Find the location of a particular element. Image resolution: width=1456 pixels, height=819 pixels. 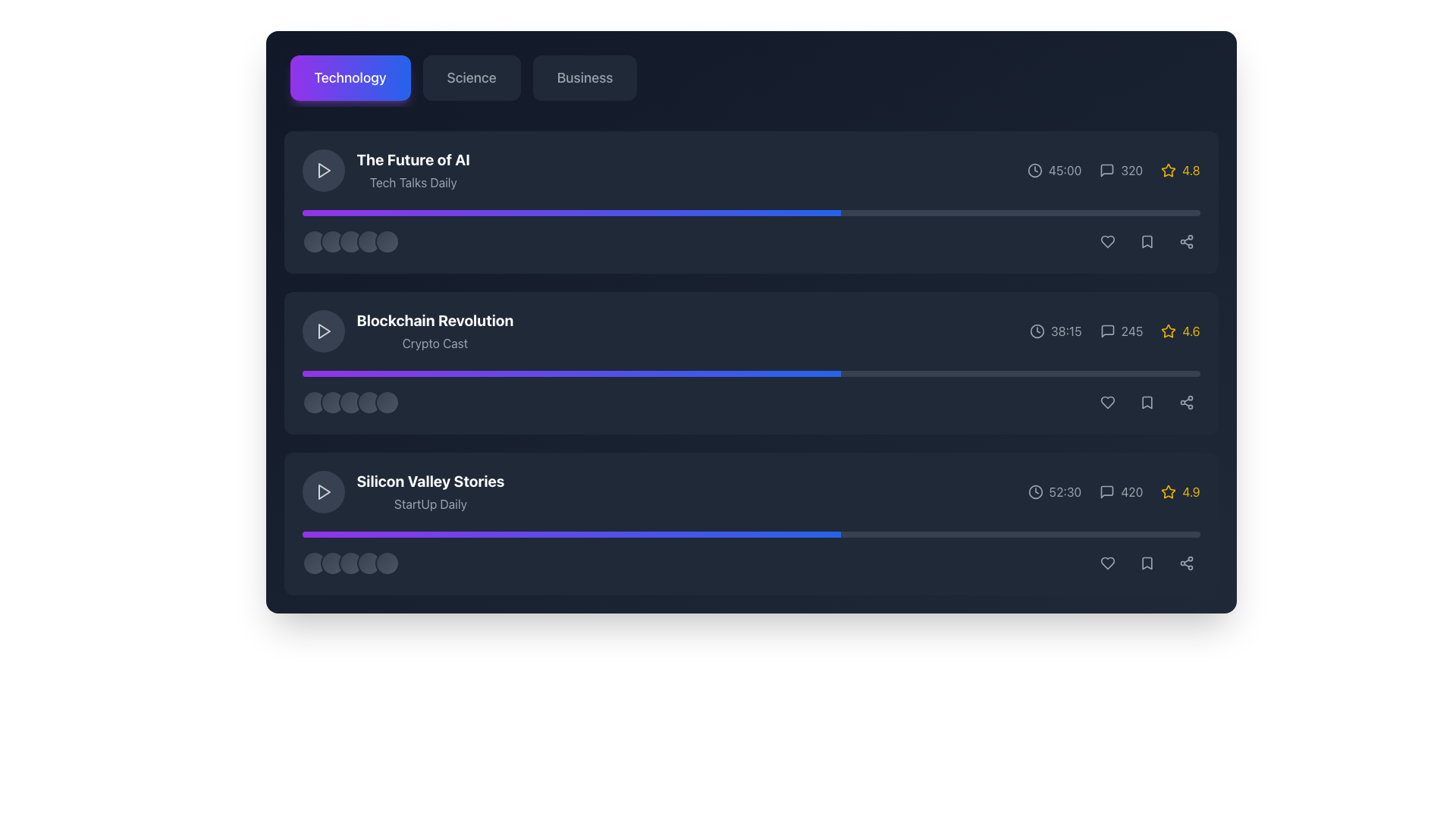

the clock icon, which is a circular, light gray icon with two hands, located to the left of the time text '45:00' in the first content card is located at coordinates (1034, 170).